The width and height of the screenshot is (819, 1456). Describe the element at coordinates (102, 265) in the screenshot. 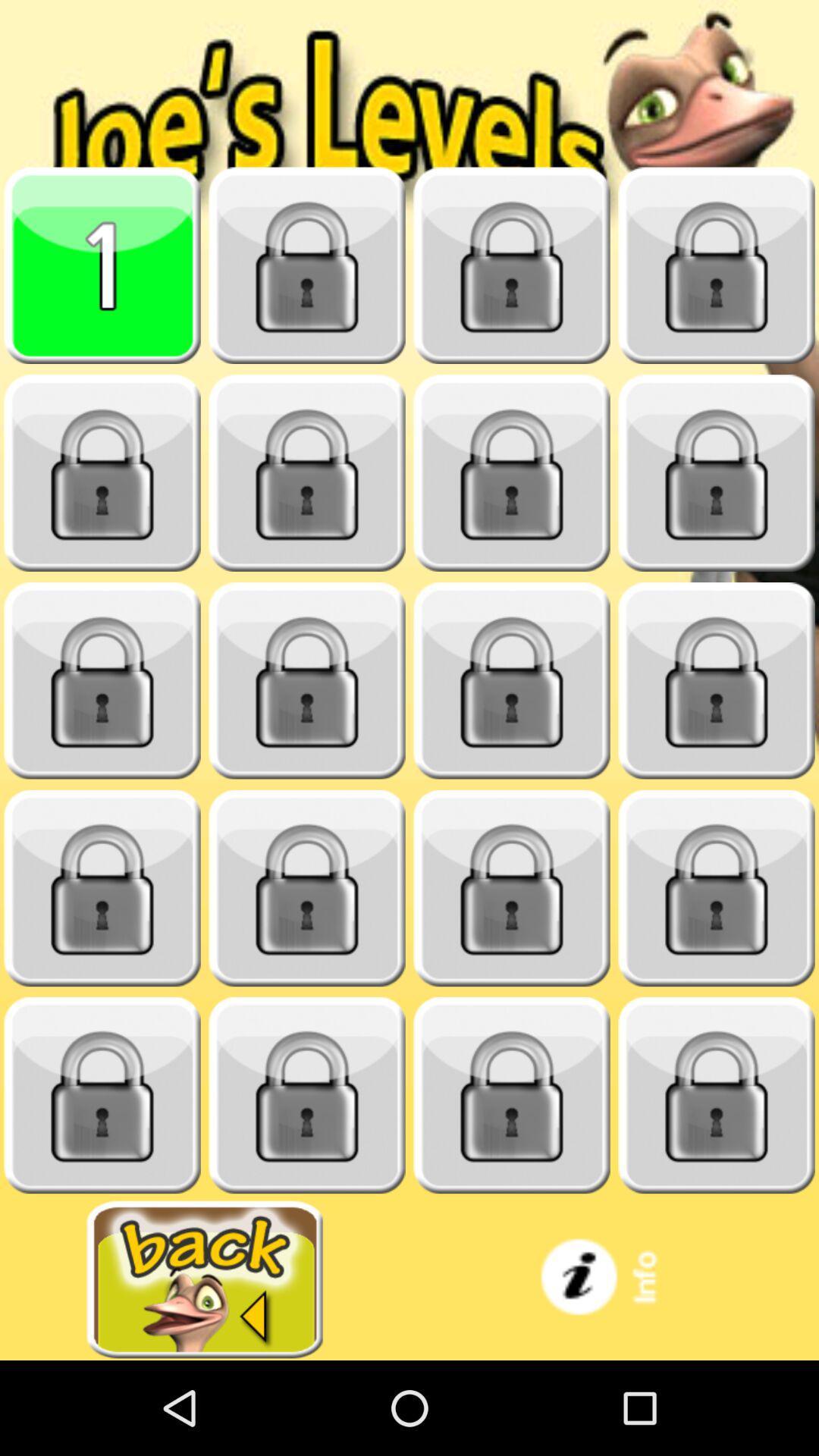

I see `level 1` at that location.